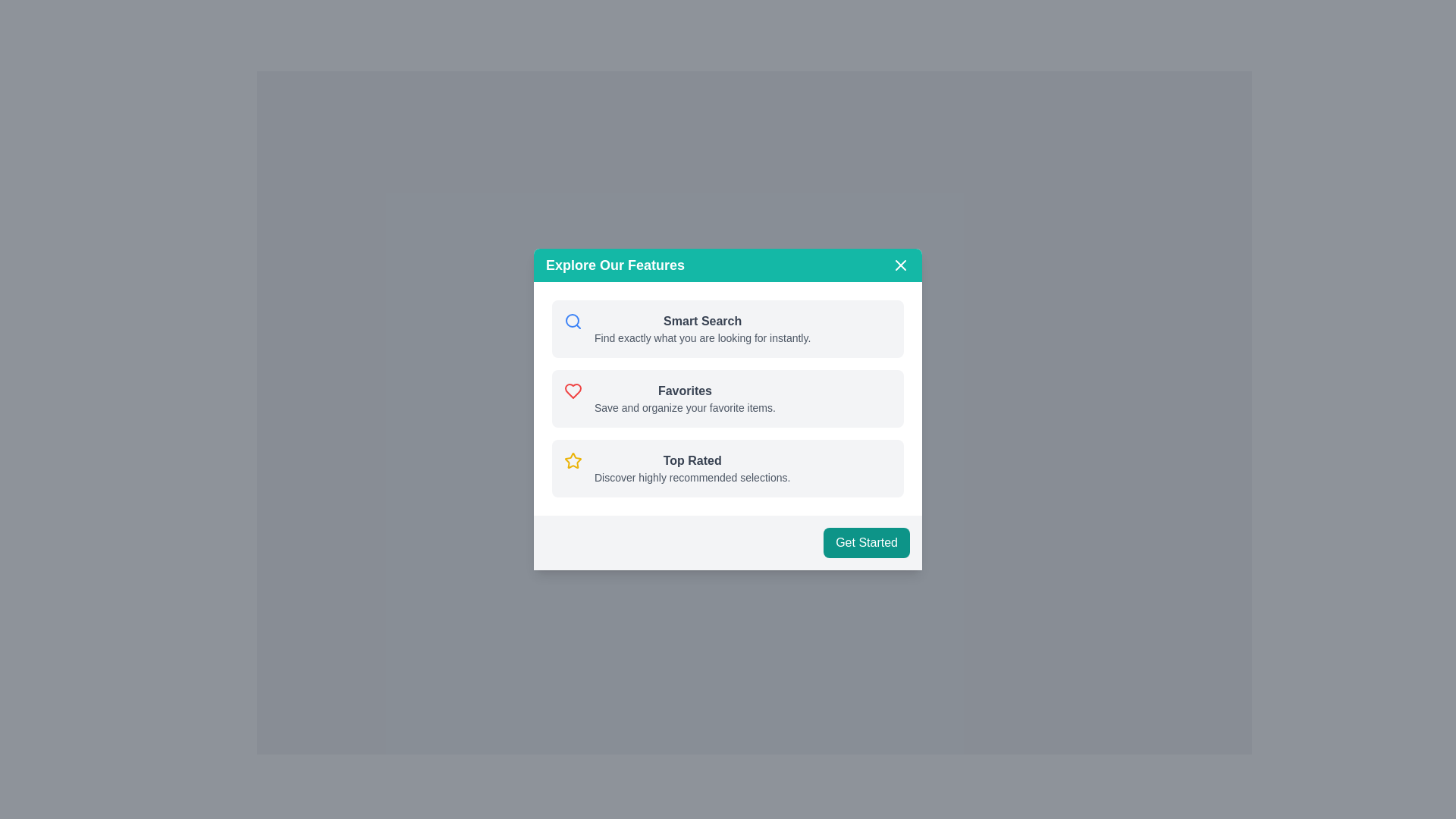  Describe the element at coordinates (692, 460) in the screenshot. I see `the 'Top Rated' text label, which is styled in a medium bold dark gray font and located above a description text, to associate it with the description below` at that location.